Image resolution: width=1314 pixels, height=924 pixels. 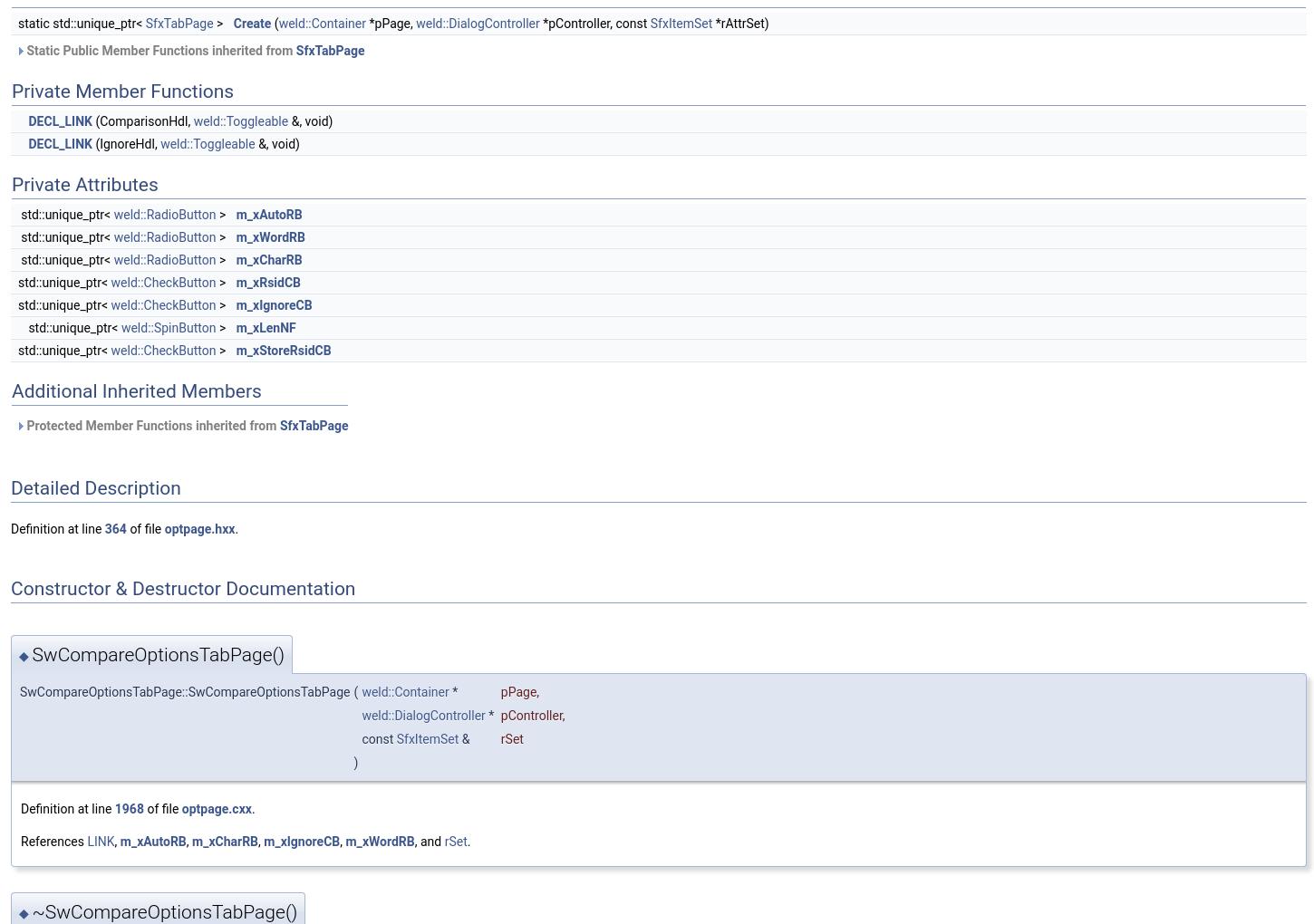 I want to click on 'Private Attributes', so click(x=12, y=184).